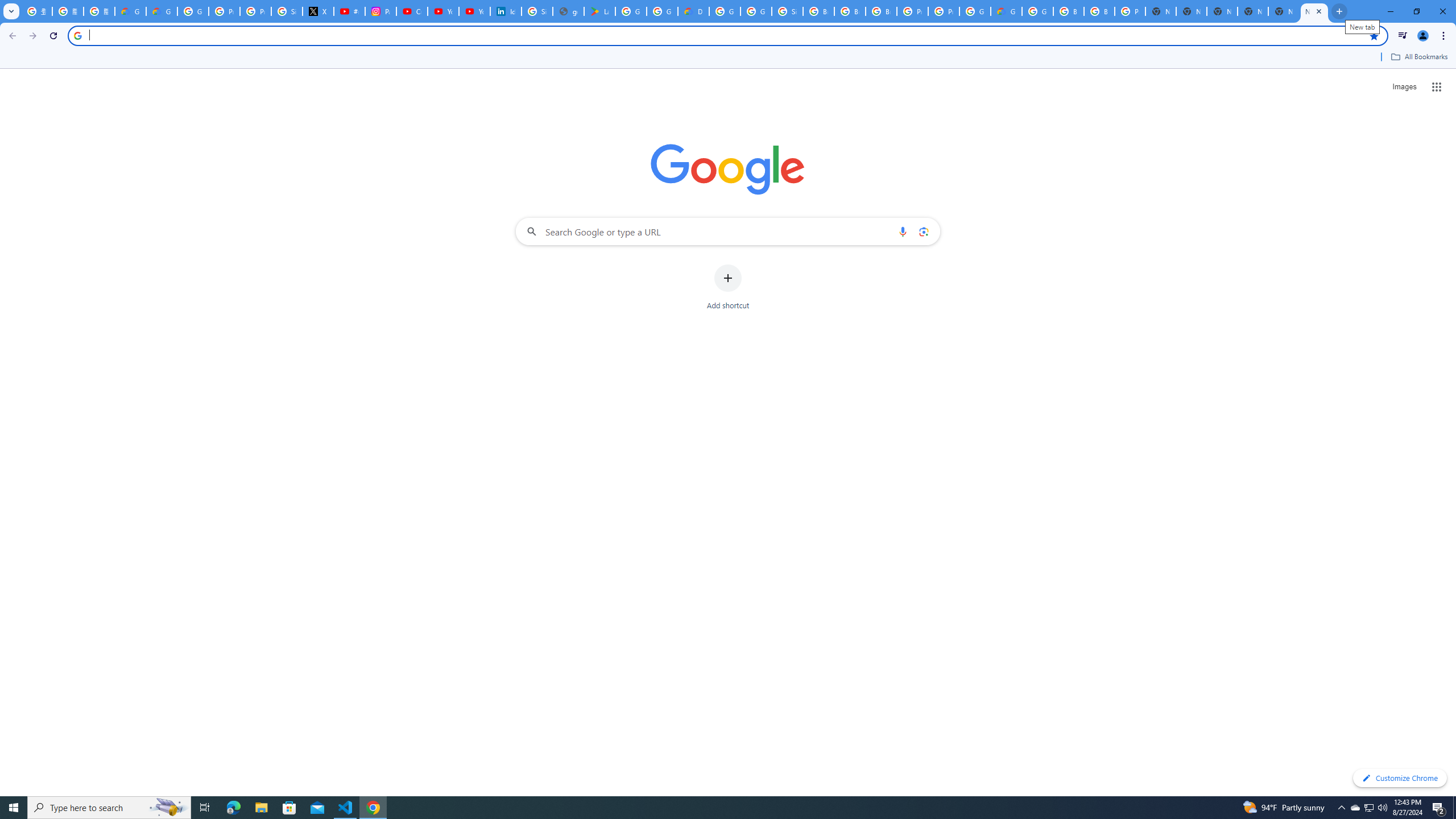 Image resolution: width=1456 pixels, height=819 pixels. Describe the element at coordinates (1314, 11) in the screenshot. I see `'New Tab'` at that location.